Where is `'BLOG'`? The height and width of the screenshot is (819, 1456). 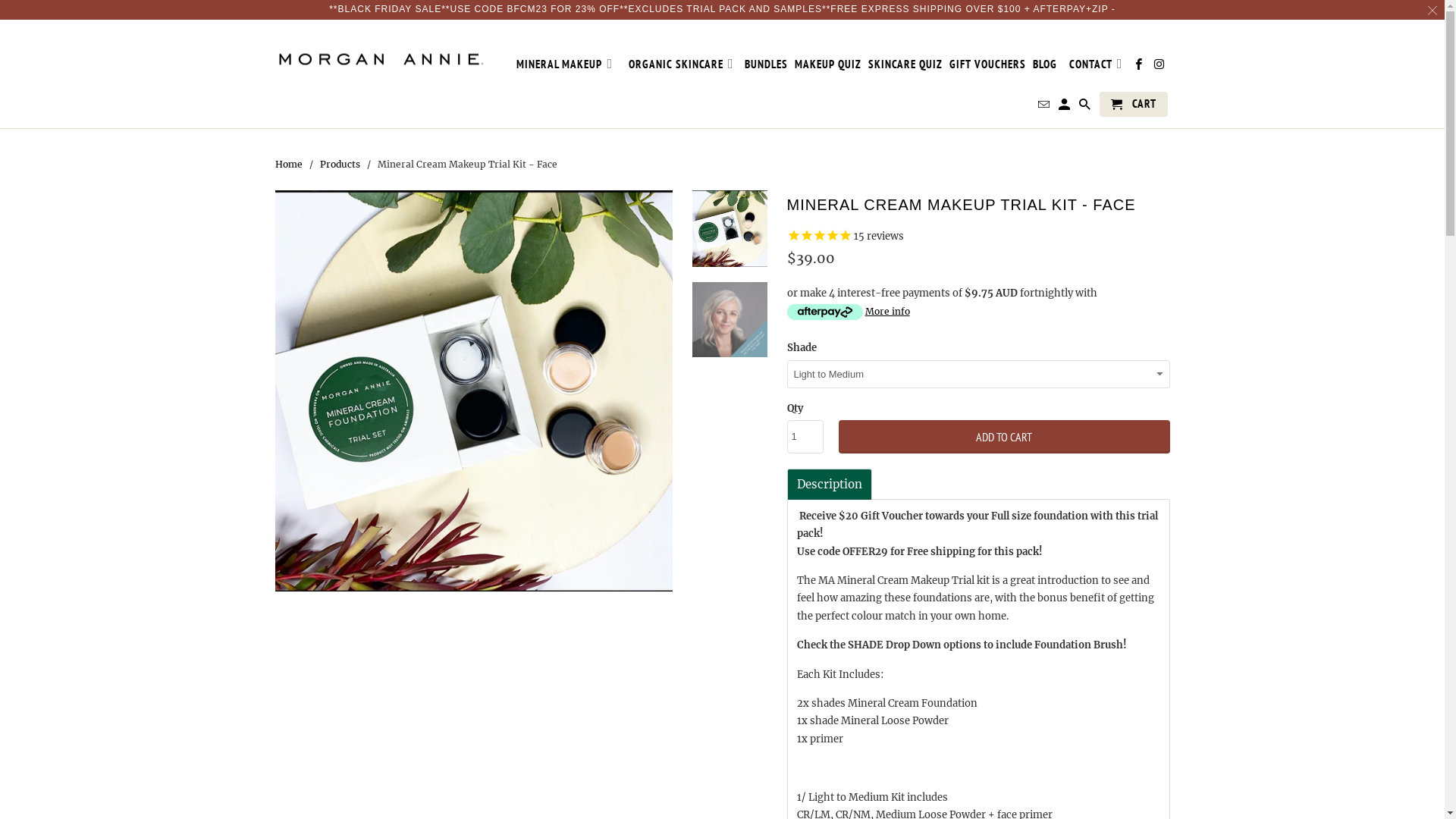 'BLOG' is located at coordinates (1032, 66).